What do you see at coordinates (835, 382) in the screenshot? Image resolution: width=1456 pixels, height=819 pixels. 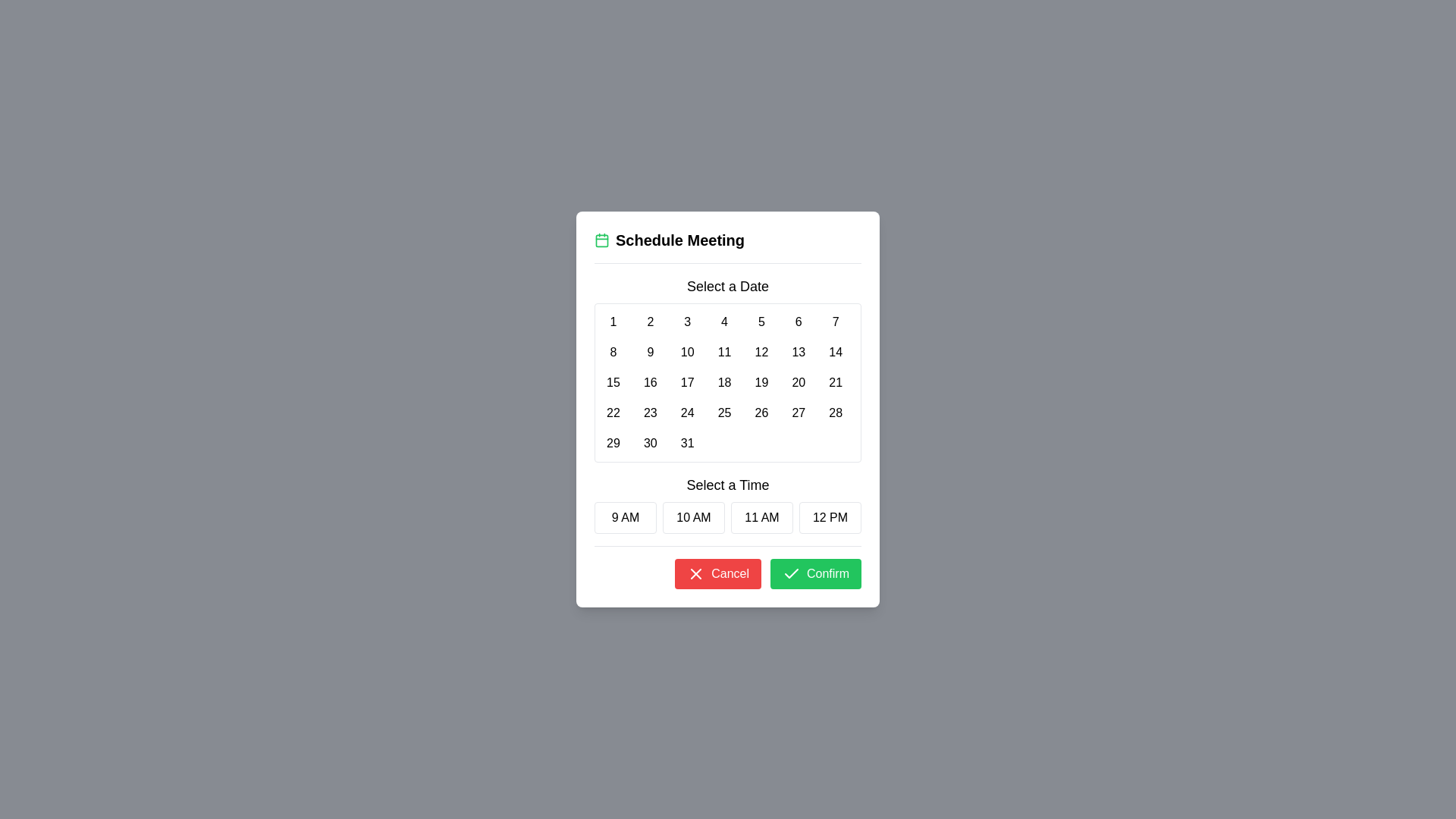 I see `the date button displaying '21' located in the third row and seventh column of the calendar grid in the 'Schedule Meeting' modal` at bounding box center [835, 382].